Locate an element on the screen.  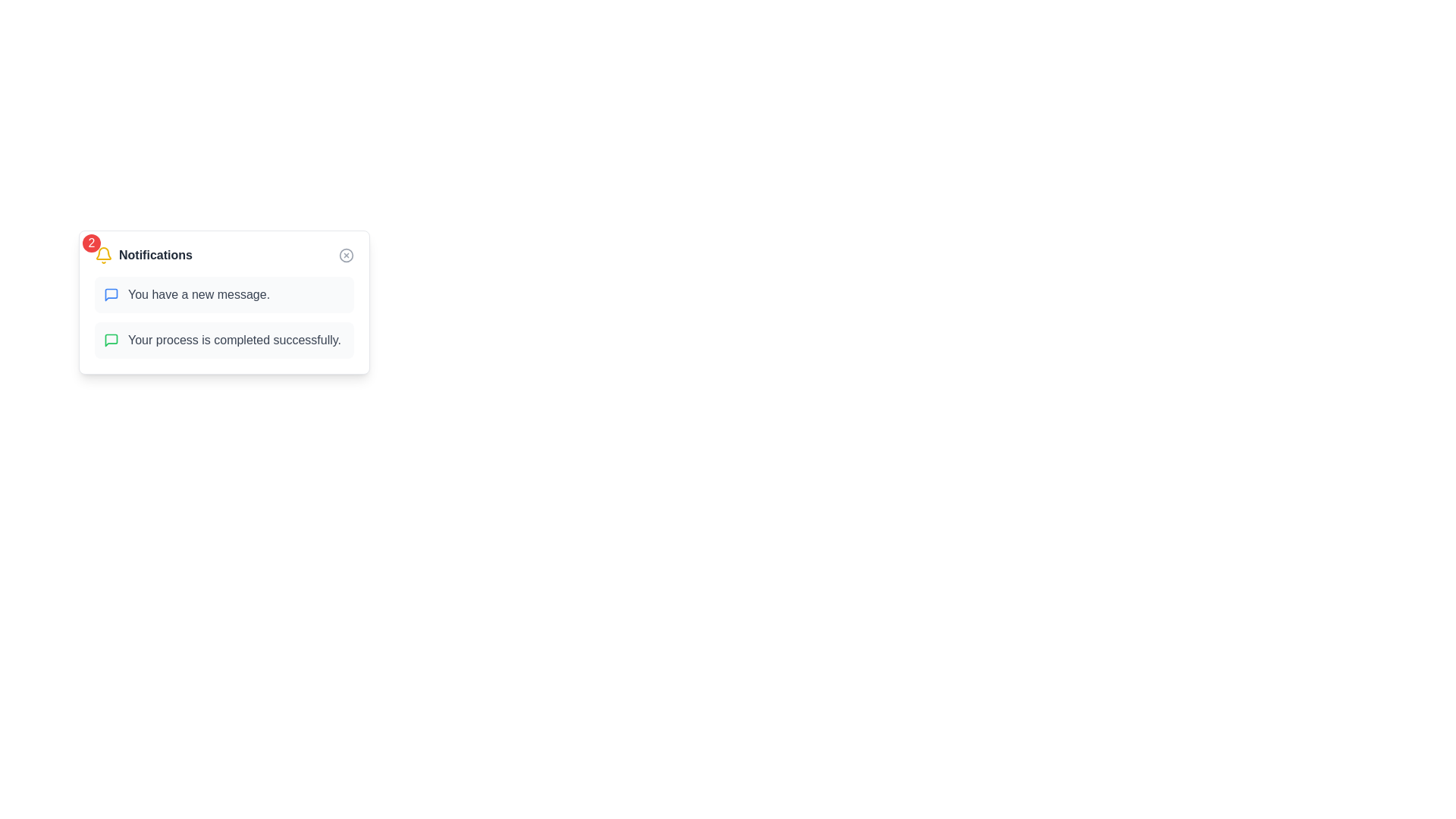
informational text displayed on the second notification card from the top in the notification panel, which indicates that a process has been completed successfully is located at coordinates (234, 339).